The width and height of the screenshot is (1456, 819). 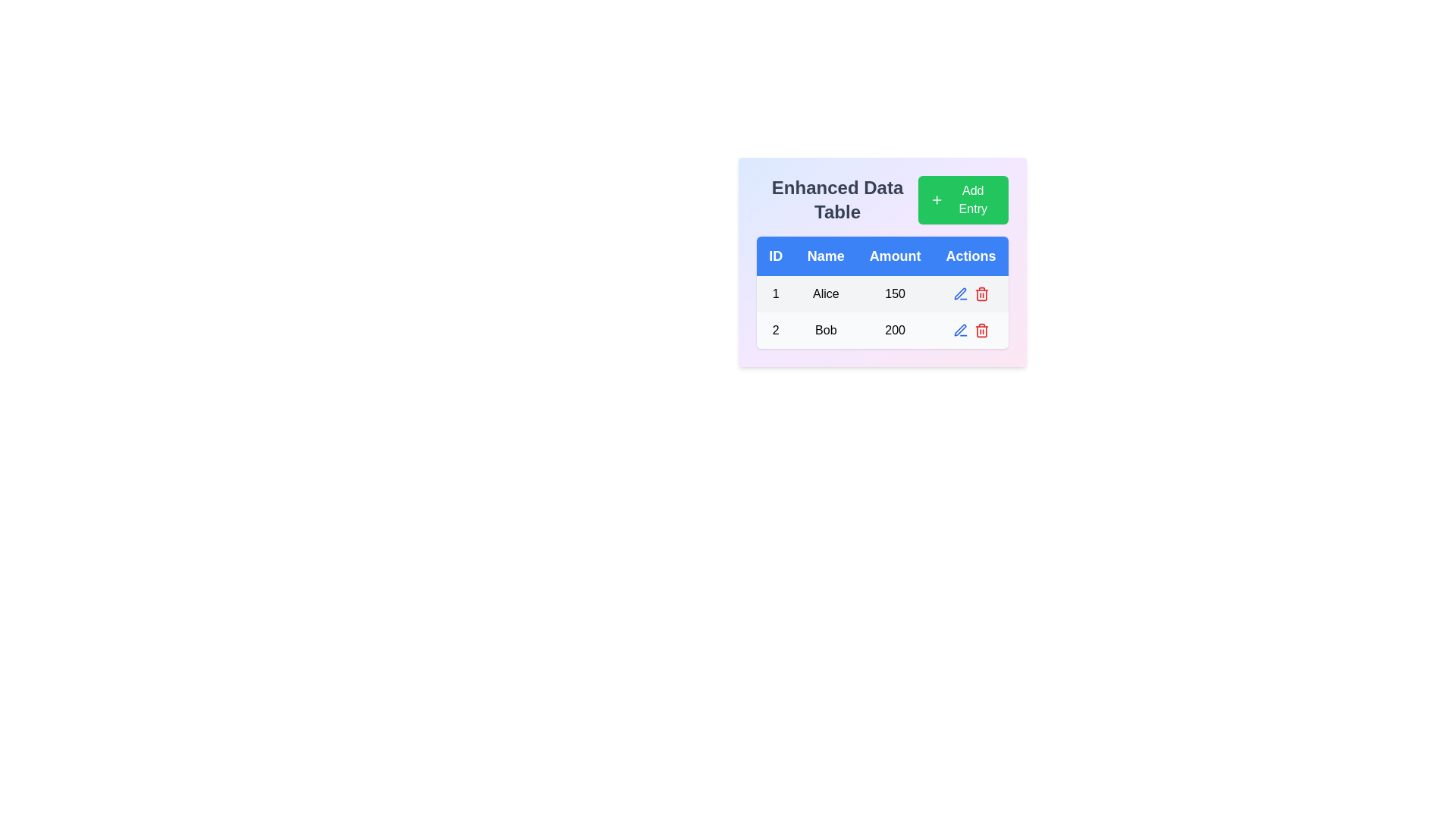 I want to click on the 'Amount' table header element, which is a blue button with bold white text, so click(x=895, y=256).